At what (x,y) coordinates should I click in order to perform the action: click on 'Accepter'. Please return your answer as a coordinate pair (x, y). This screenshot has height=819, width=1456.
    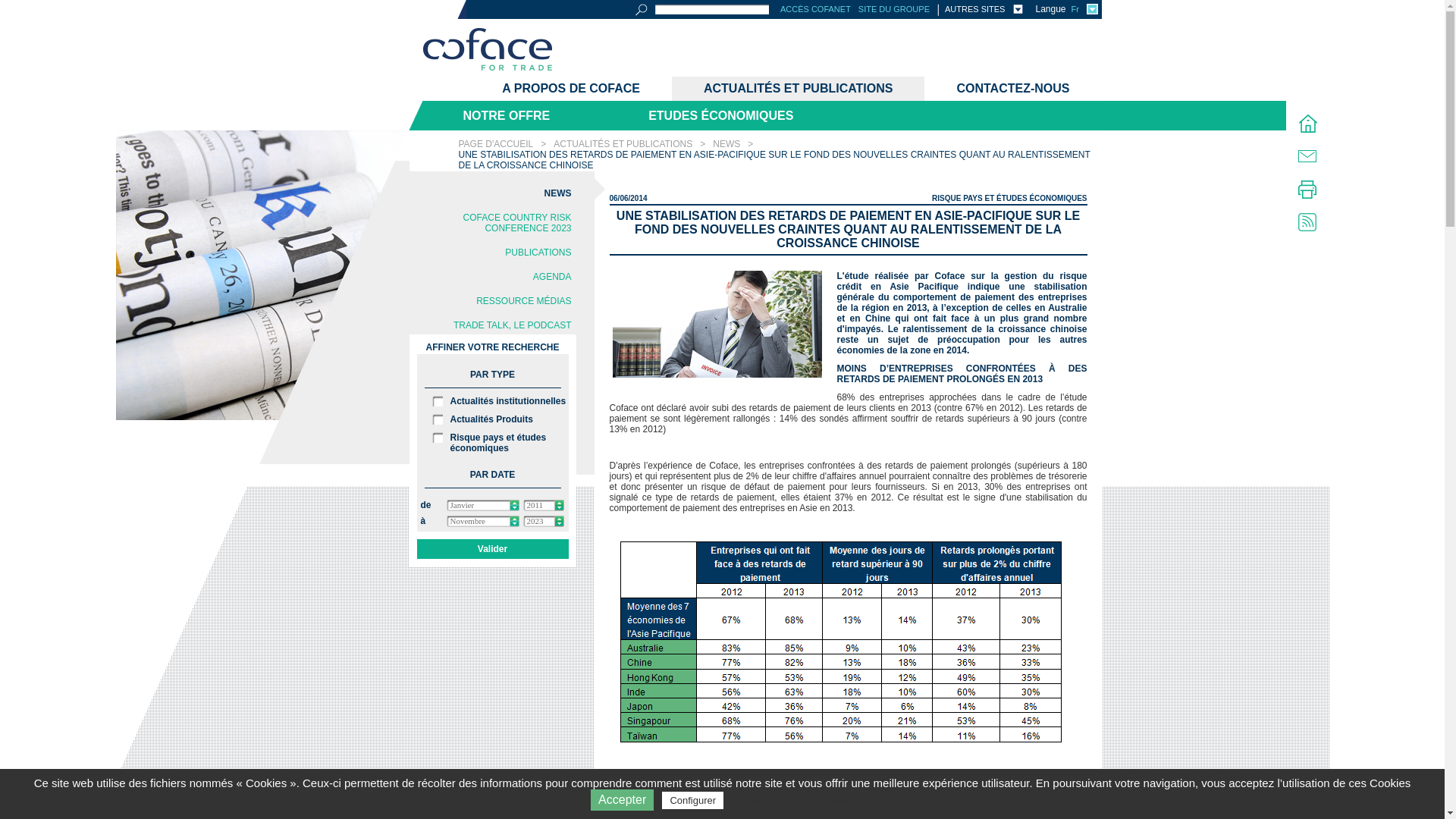
    Looking at the image, I should click on (622, 799).